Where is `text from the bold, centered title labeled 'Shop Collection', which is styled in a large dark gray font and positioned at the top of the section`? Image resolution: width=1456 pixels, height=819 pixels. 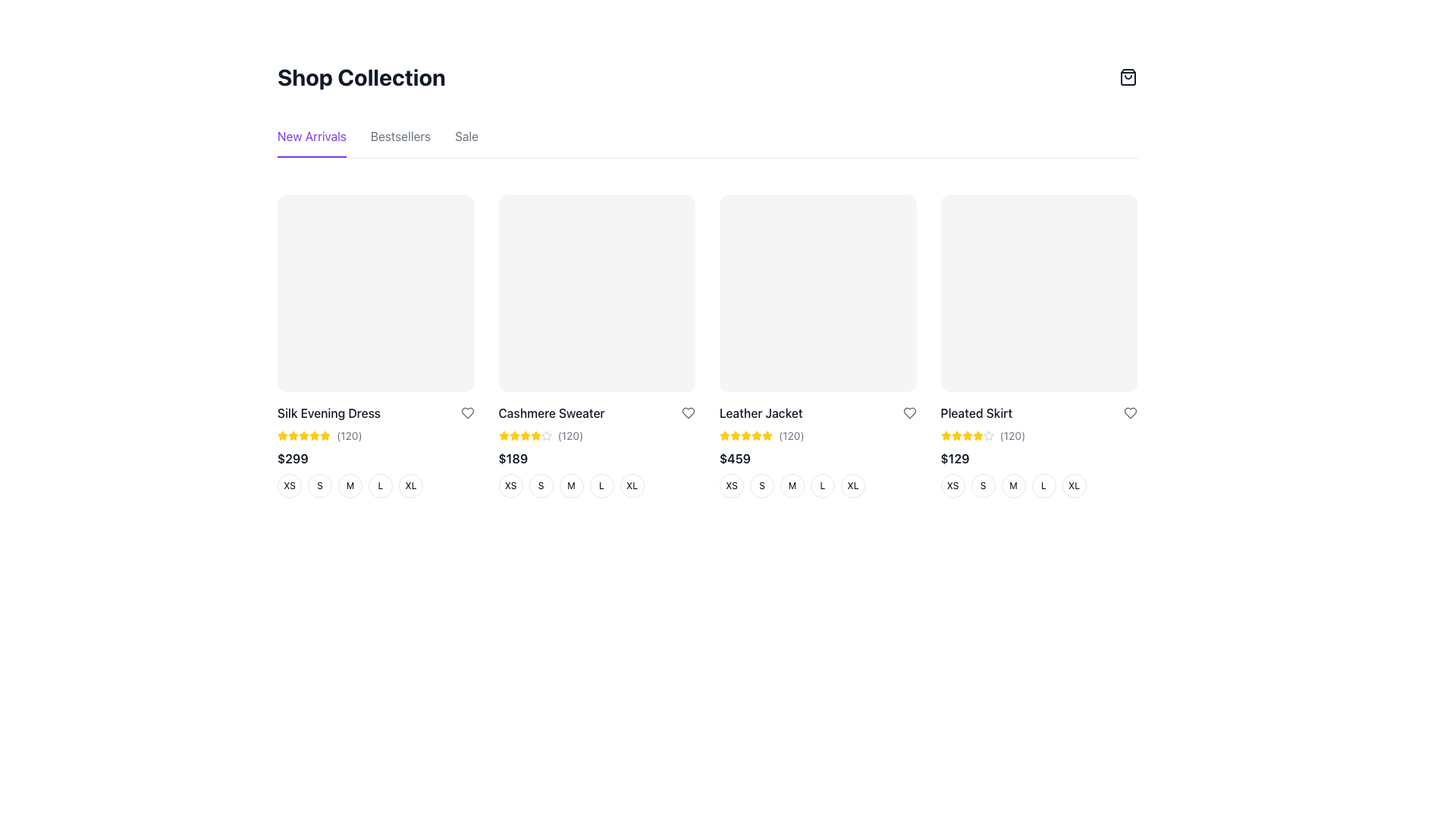
text from the bold, centered title labeled 'Shop Collection', which is styled in a large dark gray font and positioned at the top of the section is located at coordinates (360, 77).